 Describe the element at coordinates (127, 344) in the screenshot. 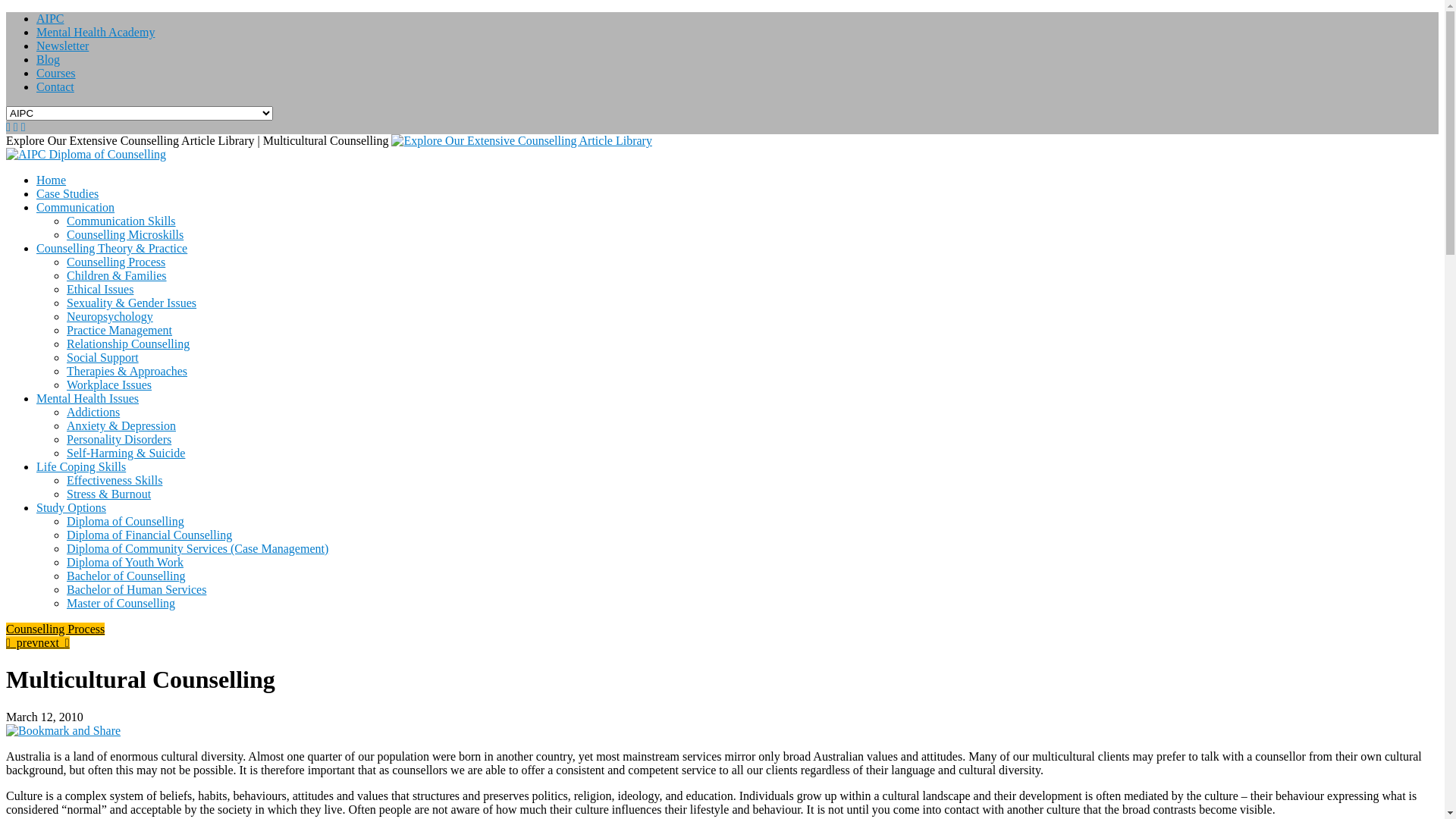

I see `'Relationship Counselling'` at that location.